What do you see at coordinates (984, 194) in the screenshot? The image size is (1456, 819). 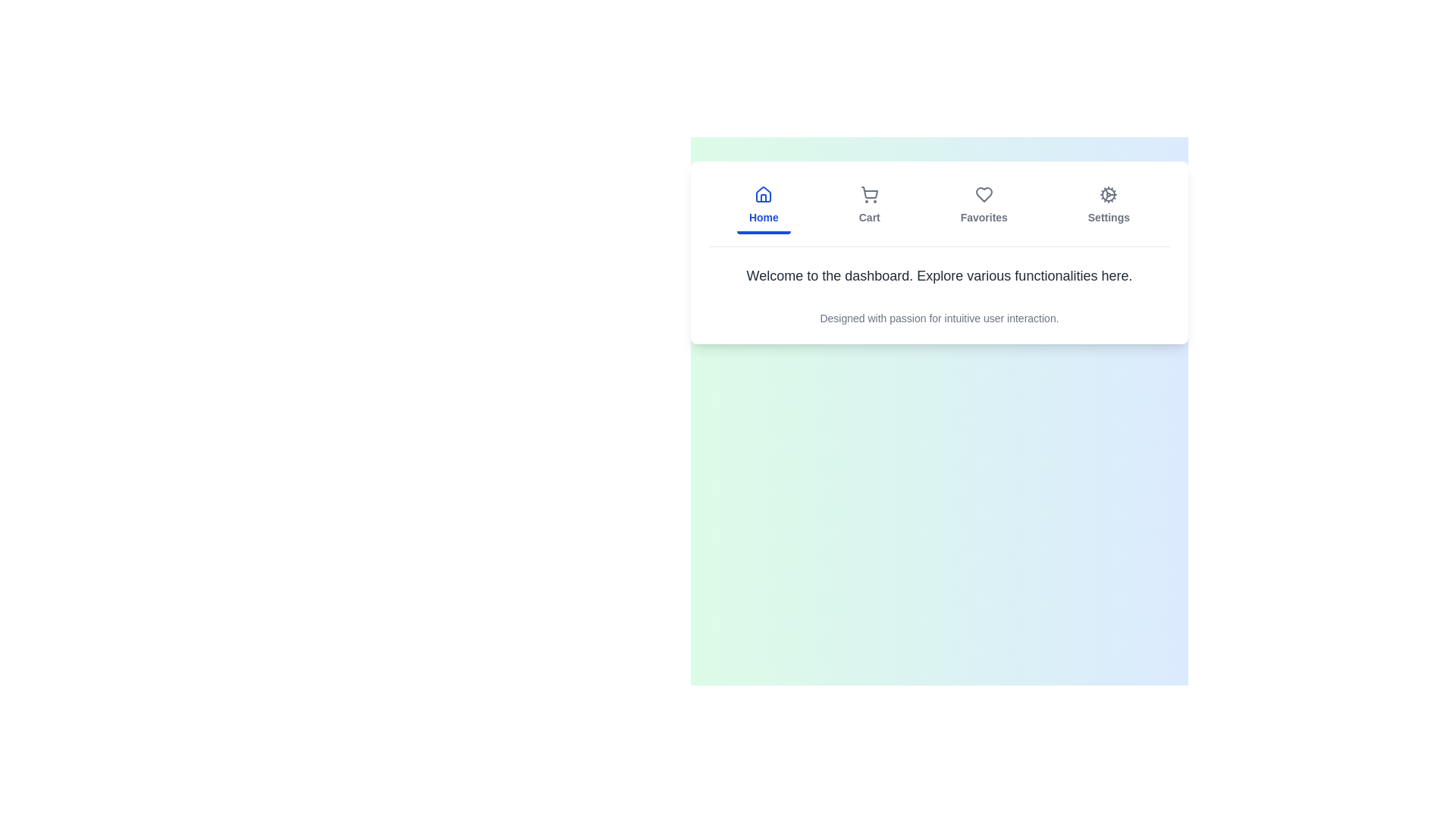 I see `the heart-shaped icon in the 'Favorites' section of the top navigation bar` at bounding box center [984, 194].